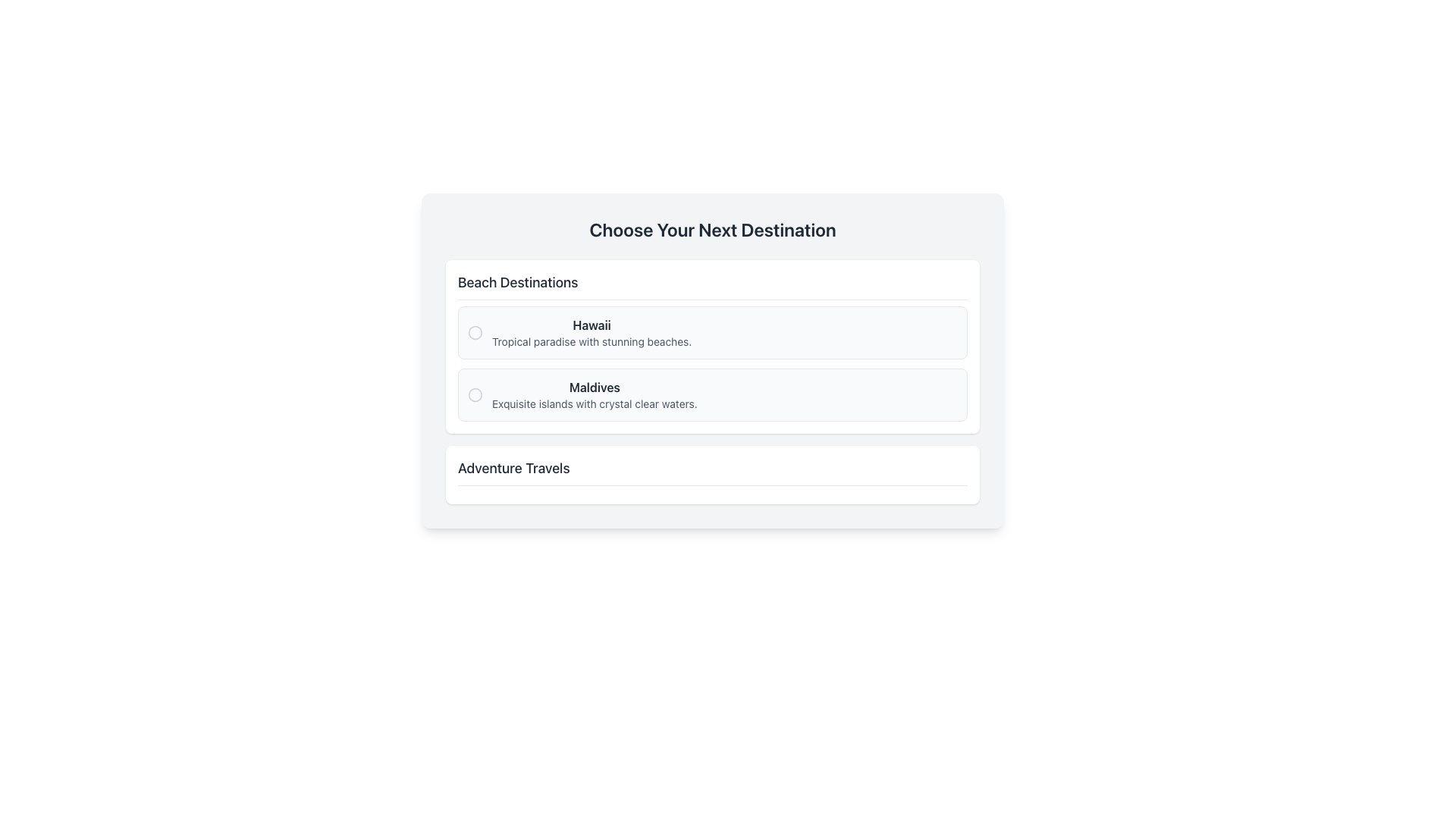 The width and height of the screenshot is (1456, 819). I want to click on text description element that displays 'Tropical paradise with stunning beaches.' located under the bold title 'Hawaii' in the 'Beach Destinations' section, so click(591, 342).